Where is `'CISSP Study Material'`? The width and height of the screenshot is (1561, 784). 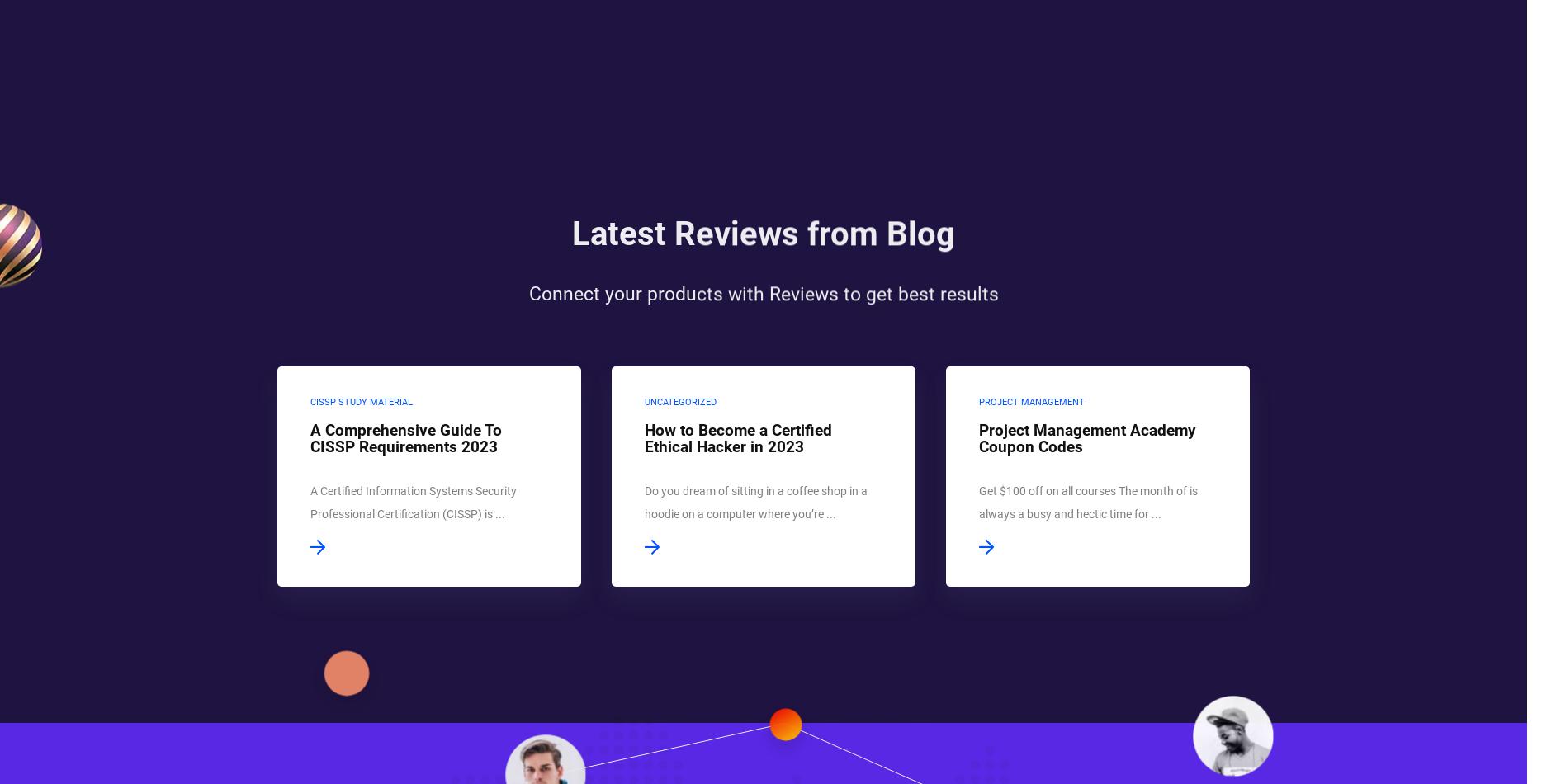
'CISSP Study Material' is located at coordinates (361, 402).